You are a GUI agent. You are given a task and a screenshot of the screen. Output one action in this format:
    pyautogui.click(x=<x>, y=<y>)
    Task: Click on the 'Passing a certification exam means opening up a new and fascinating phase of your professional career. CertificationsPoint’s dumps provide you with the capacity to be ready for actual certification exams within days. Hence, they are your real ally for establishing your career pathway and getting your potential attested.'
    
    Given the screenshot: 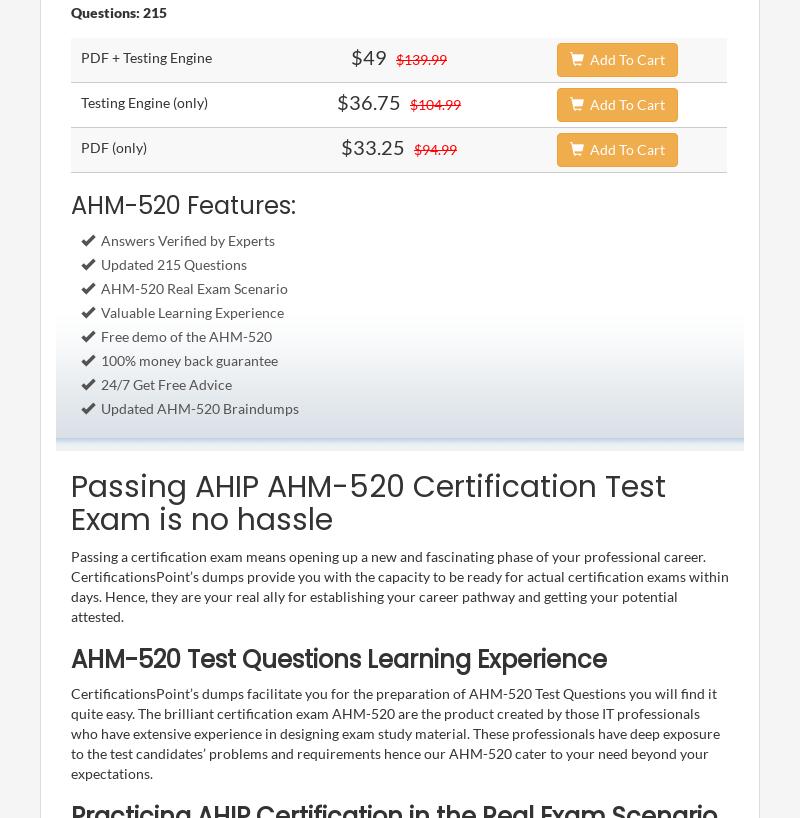 What is the action you would take?
    pyautogui.click(x=400, y=585)
    